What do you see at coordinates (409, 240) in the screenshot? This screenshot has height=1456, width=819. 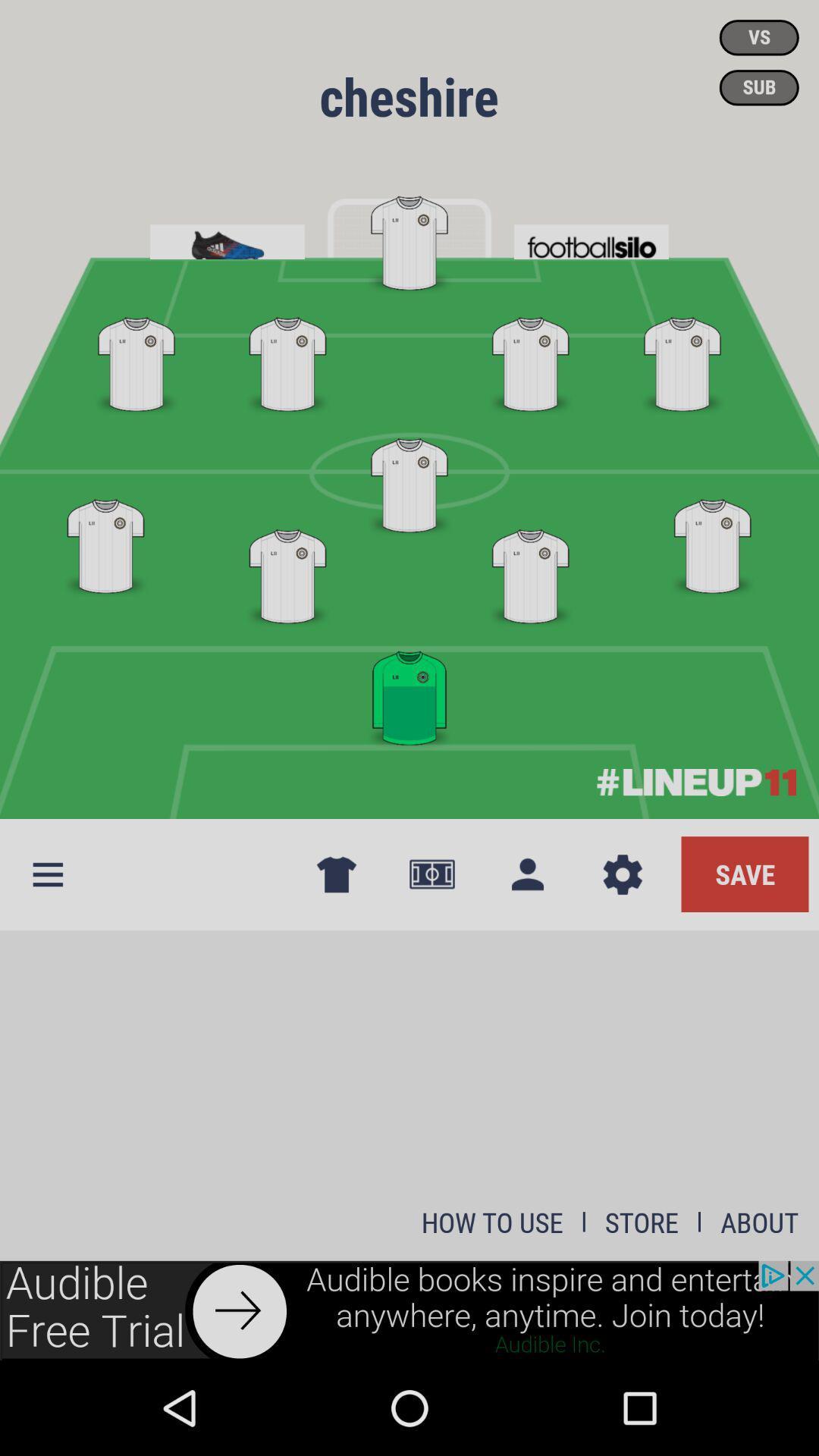 I see `improper tagging` at bounding box center [409, 240].